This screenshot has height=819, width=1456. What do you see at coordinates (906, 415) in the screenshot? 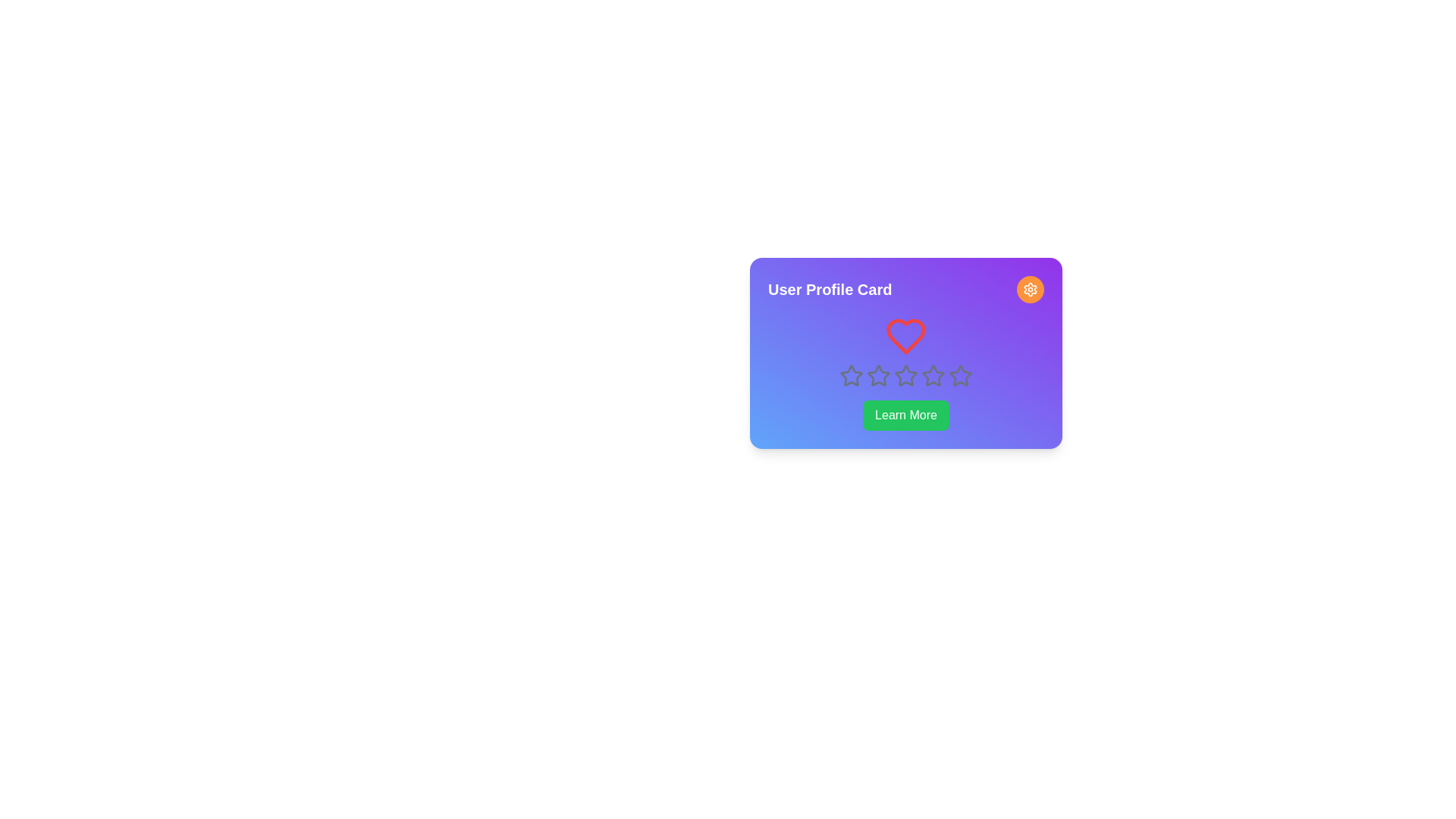
I see `the button located at the bottom of the card, centered horizontally, to observe the hover effect` at bounding box center [906, 415].